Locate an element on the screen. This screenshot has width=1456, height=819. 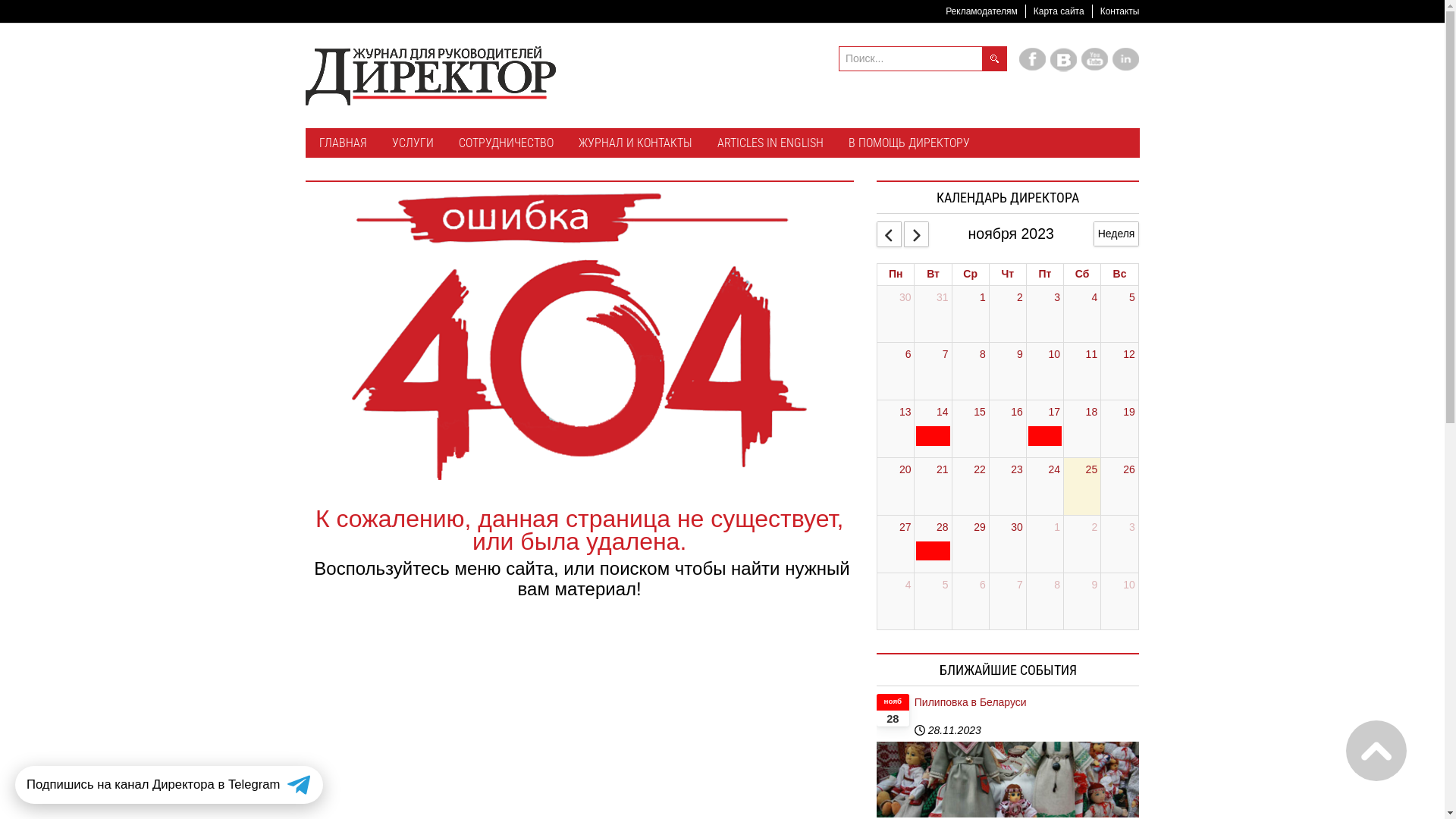
'22' is located at coordinates (979, 469).